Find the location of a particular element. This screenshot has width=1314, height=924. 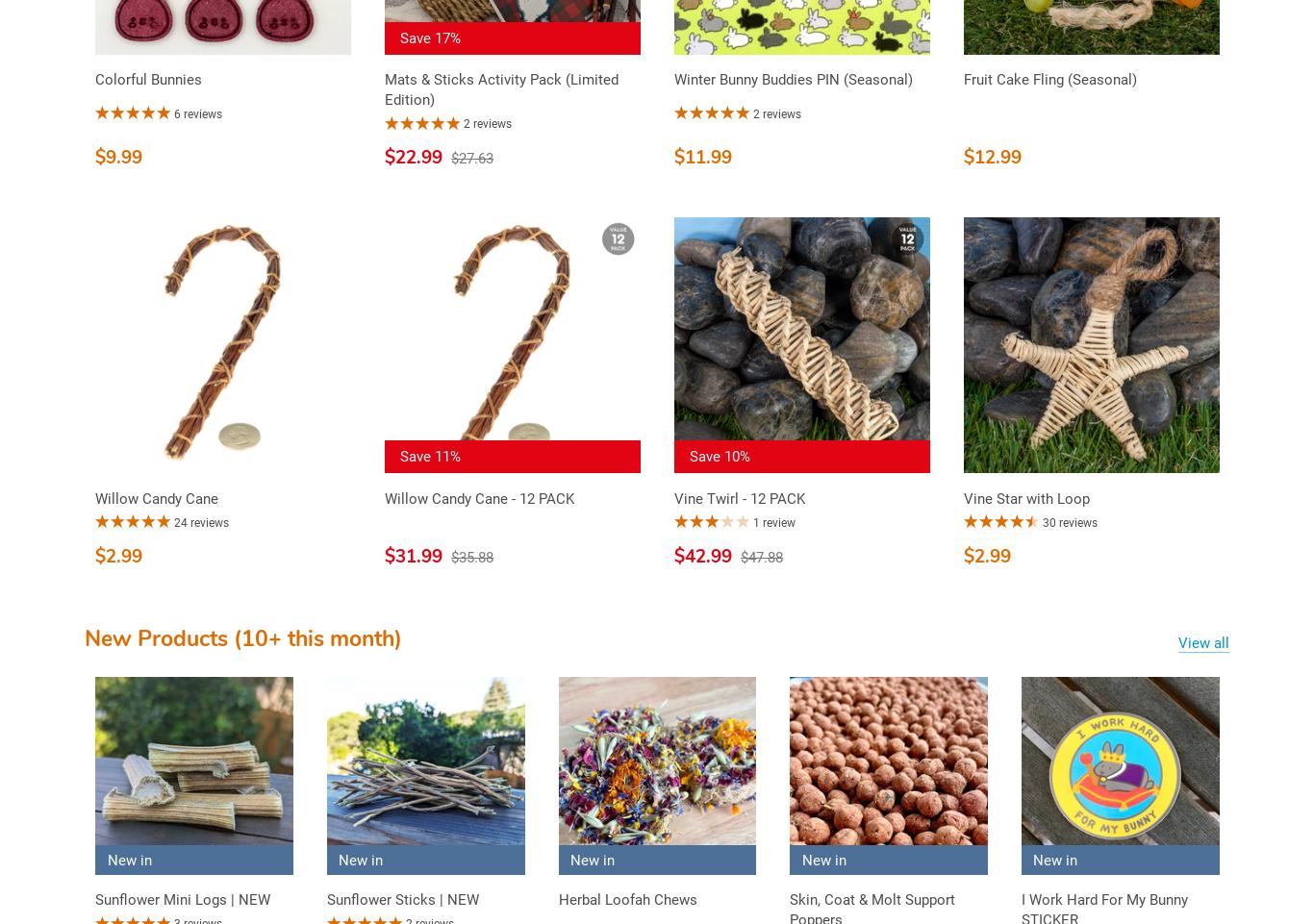

'Fruit Cake Fling (Seasonal)' is located at coordinates (963, 80).